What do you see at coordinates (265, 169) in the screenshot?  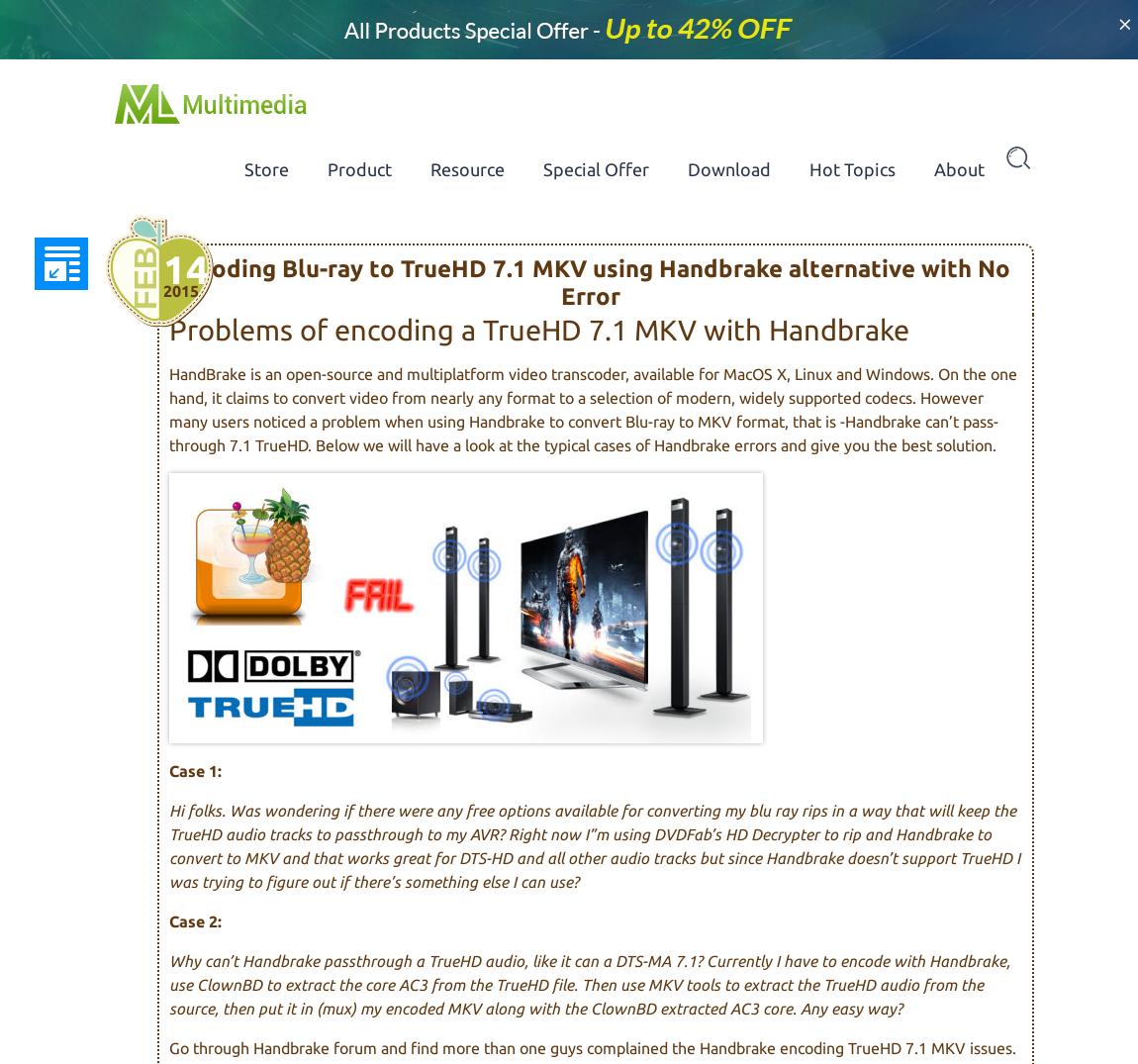 I see `'Store'` at bounding box center [265, 169].